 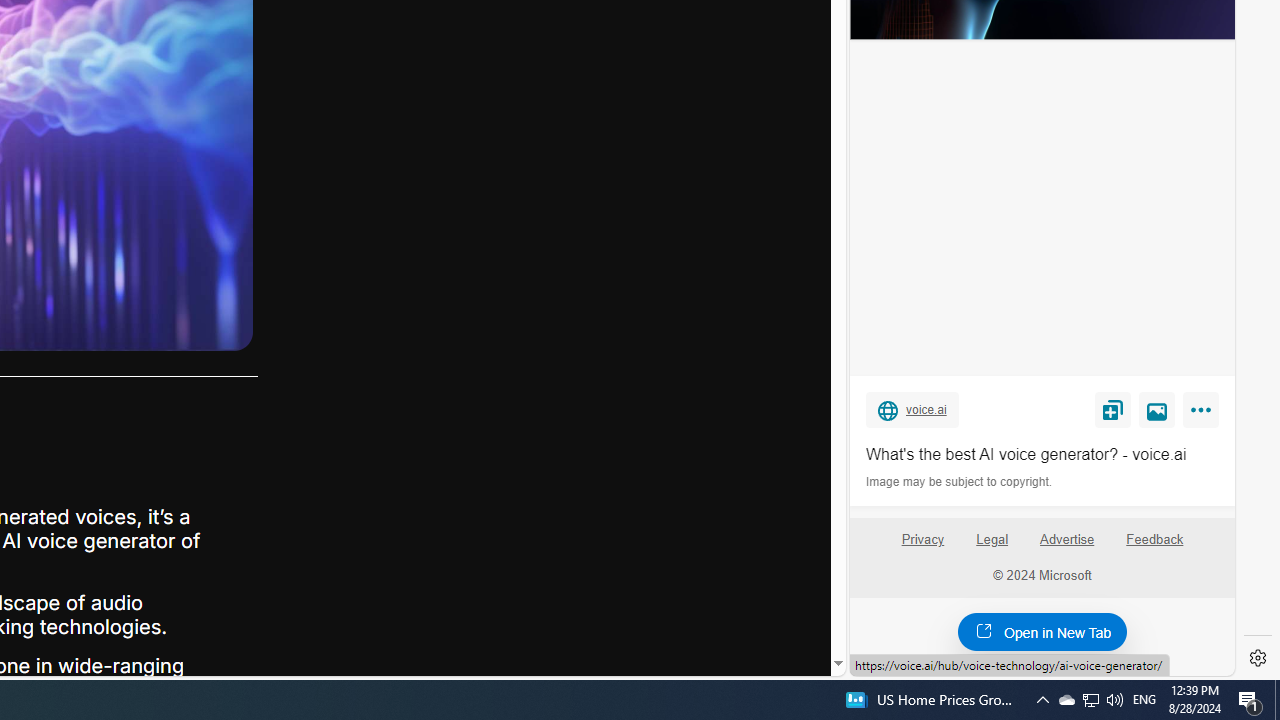 I want to click on 'Open in New Tab', so click(x=1041, y=631).